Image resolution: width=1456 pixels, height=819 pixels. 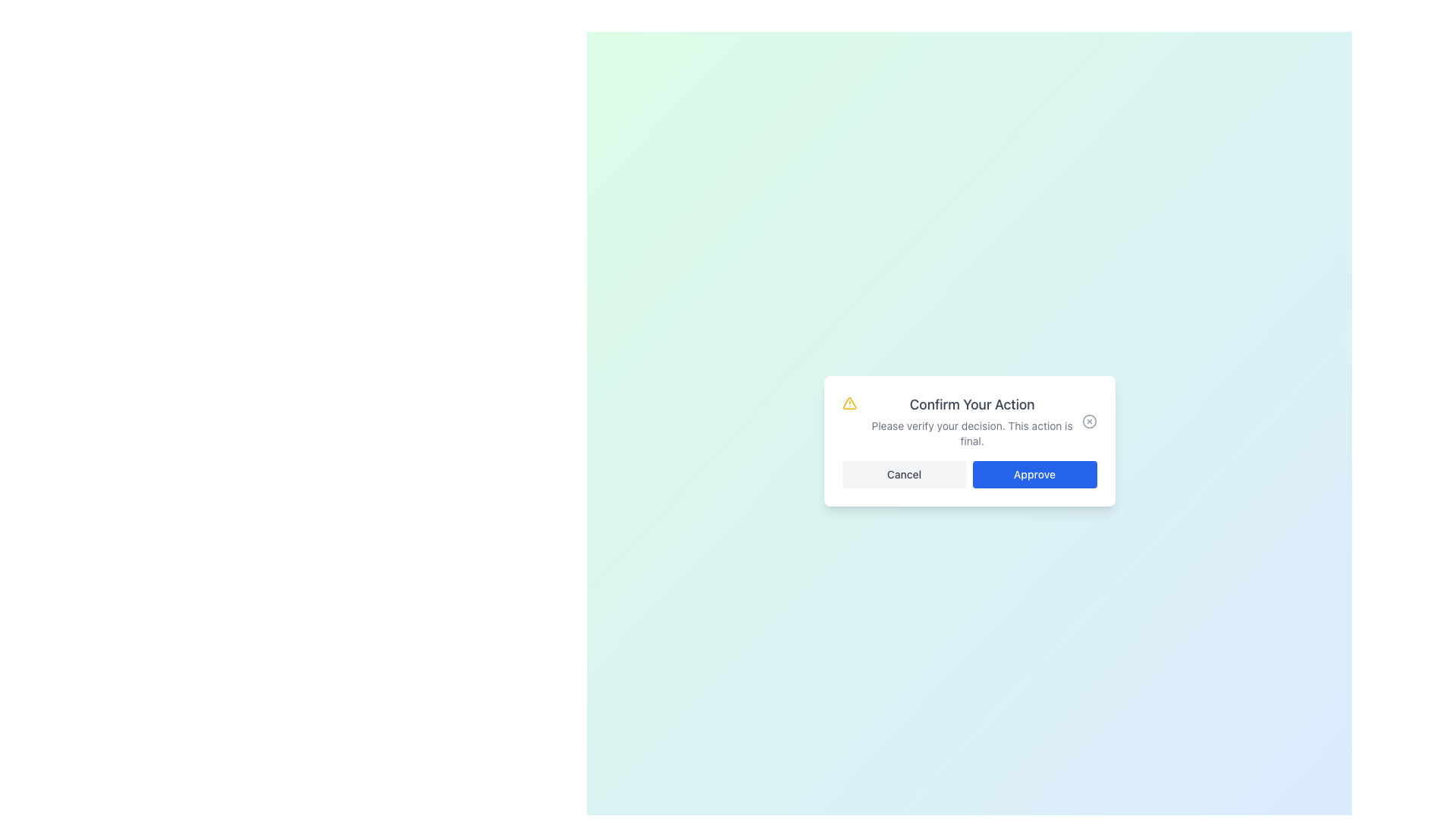 I want to click on the caution icon located at the top-left corner of the confirmation dialog header to indicate its importance or caution, so click(x=849, y=403).